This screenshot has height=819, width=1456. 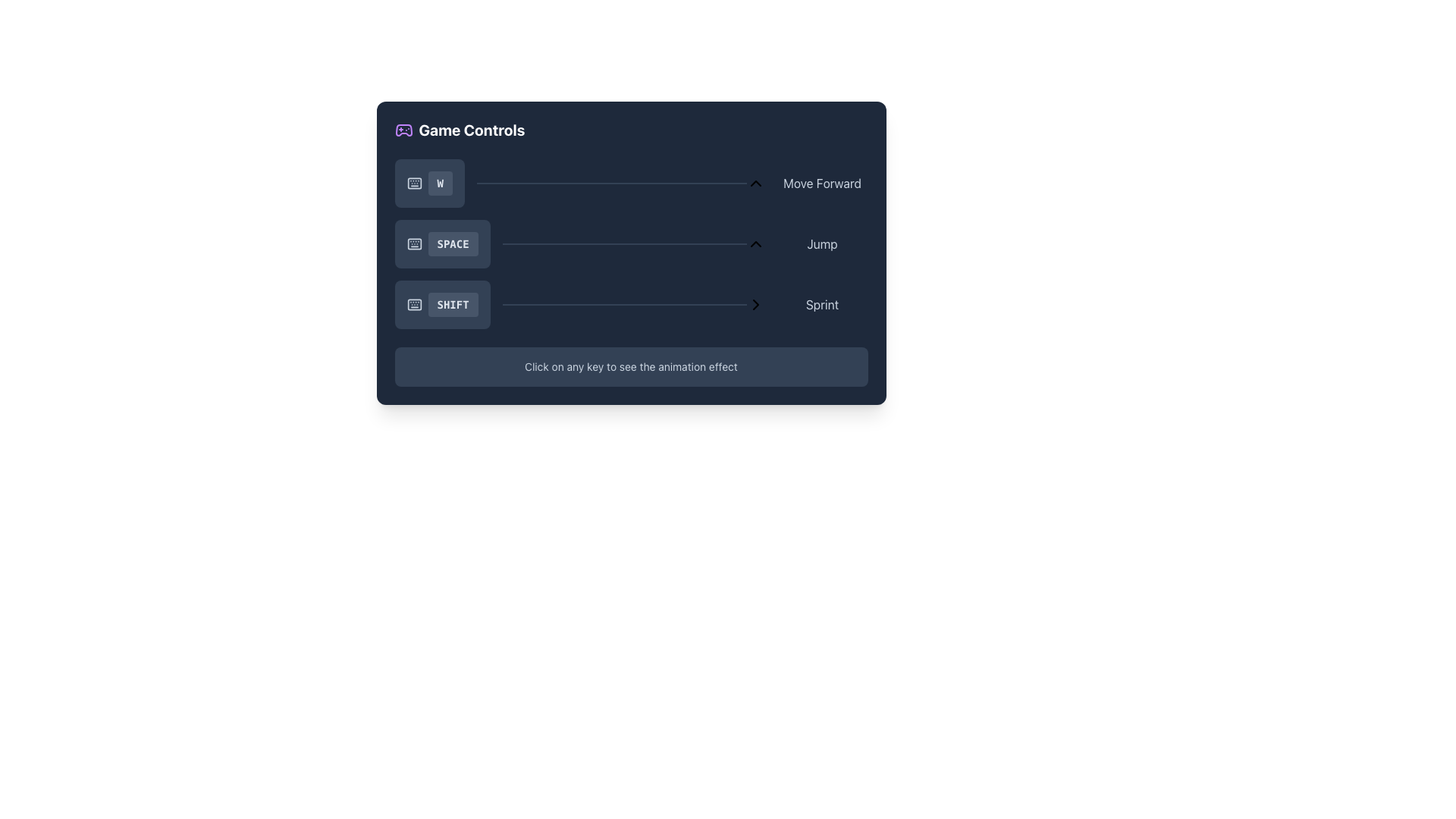 What do you see at coordinates (611, 183) in the screenshot?
I see `the thin horizontal Progress Bar with a slate-colored background and a purple hue at the far left, positioned next to the 'W' button and above the 'SPACE' button controls` at bounding box center [611, 183].